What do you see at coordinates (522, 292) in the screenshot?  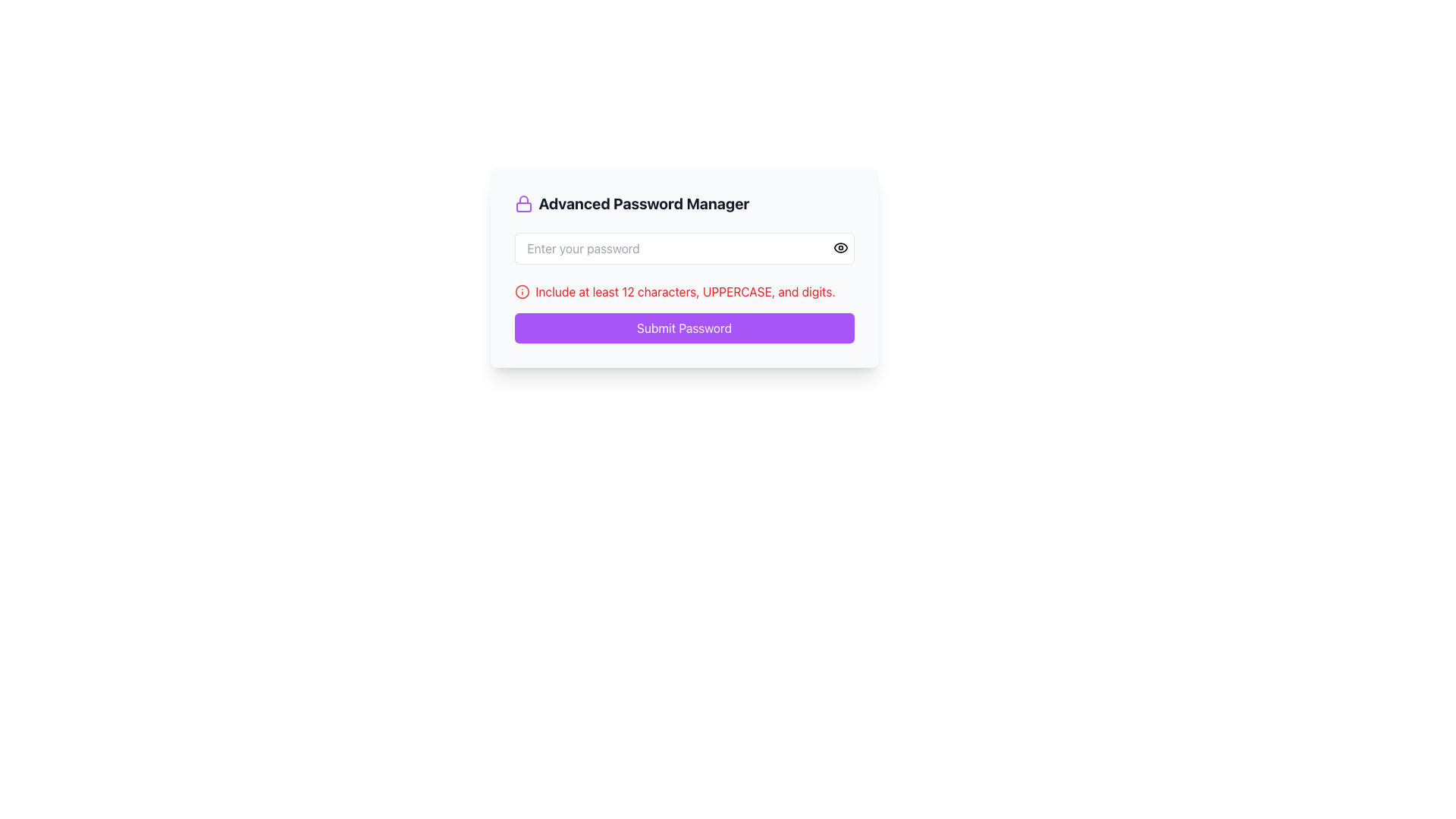 I see `the SVG Icon that visually indicates information or warning related to password requirements, positioned to the left of the text message about password criteria` at bounding box center [522, 292].